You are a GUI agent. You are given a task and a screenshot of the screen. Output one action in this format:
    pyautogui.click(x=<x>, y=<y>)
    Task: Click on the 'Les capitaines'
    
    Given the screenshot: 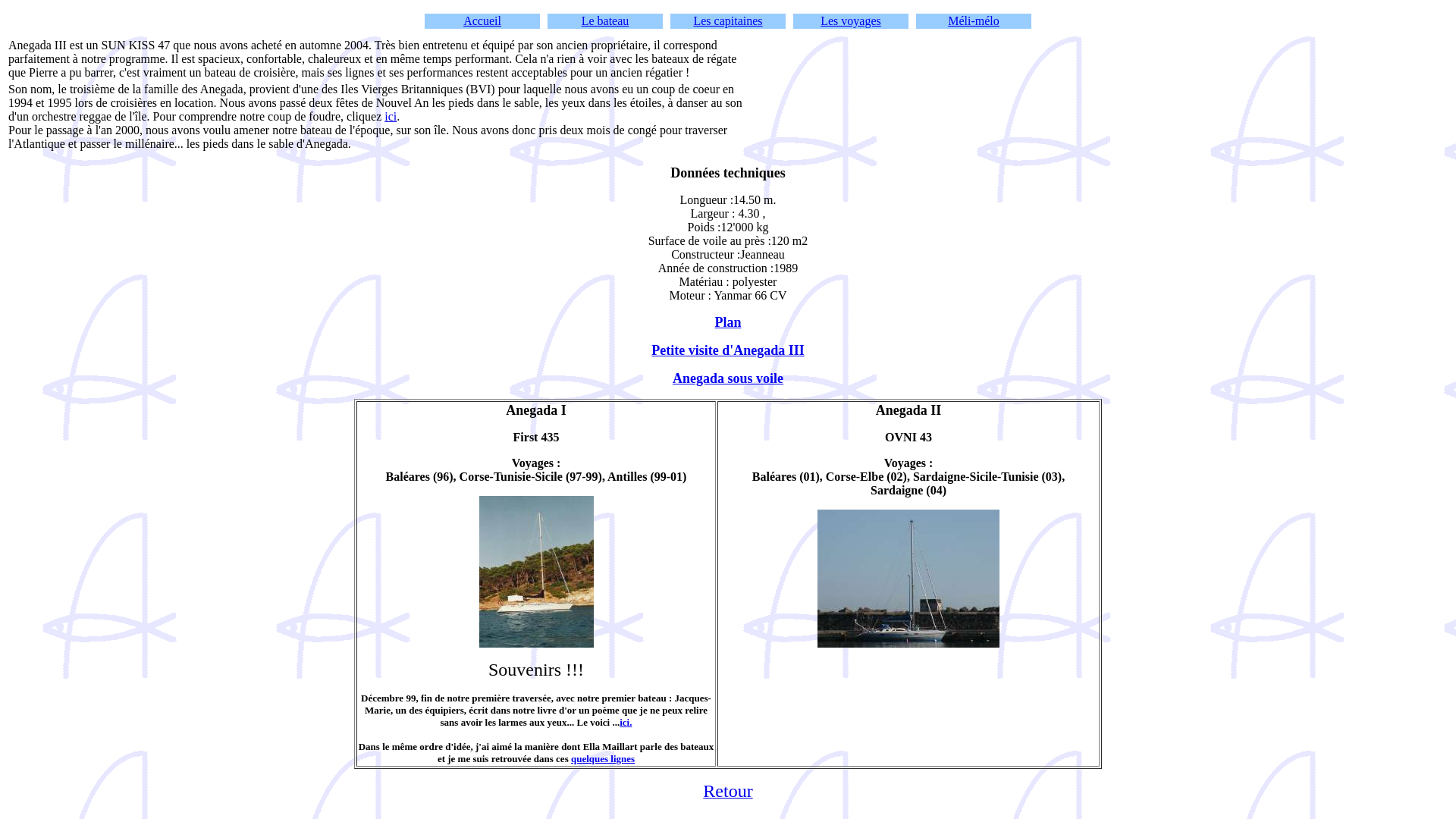 What is the action you would take?
    pyautogui.click(x=726, y=20)
    